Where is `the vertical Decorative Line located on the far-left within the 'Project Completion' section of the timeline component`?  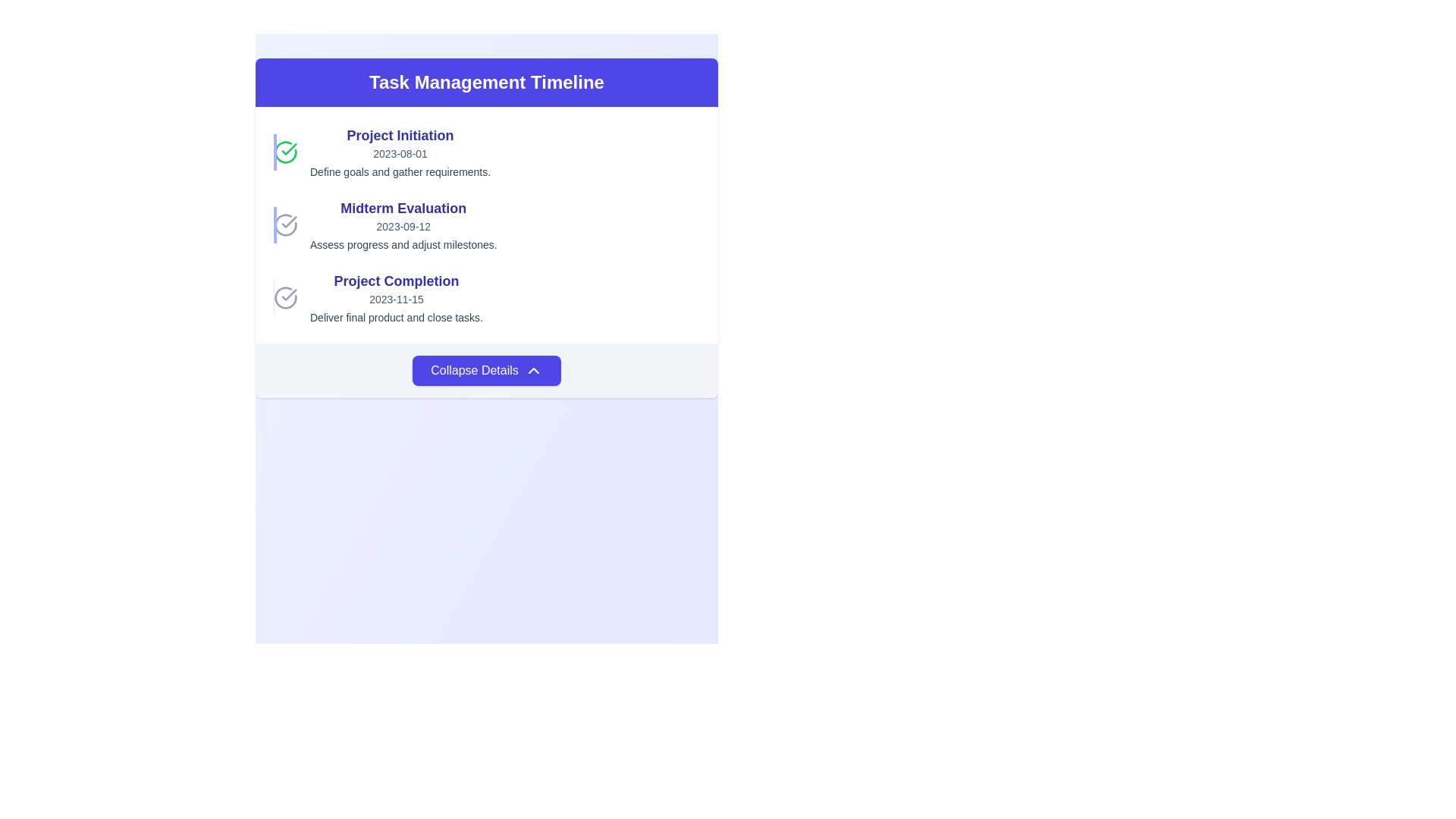
the vertical Decorative Line located on the far-left within the 'Project Completion' section of the timeline component is located at coordinates (274, 298).